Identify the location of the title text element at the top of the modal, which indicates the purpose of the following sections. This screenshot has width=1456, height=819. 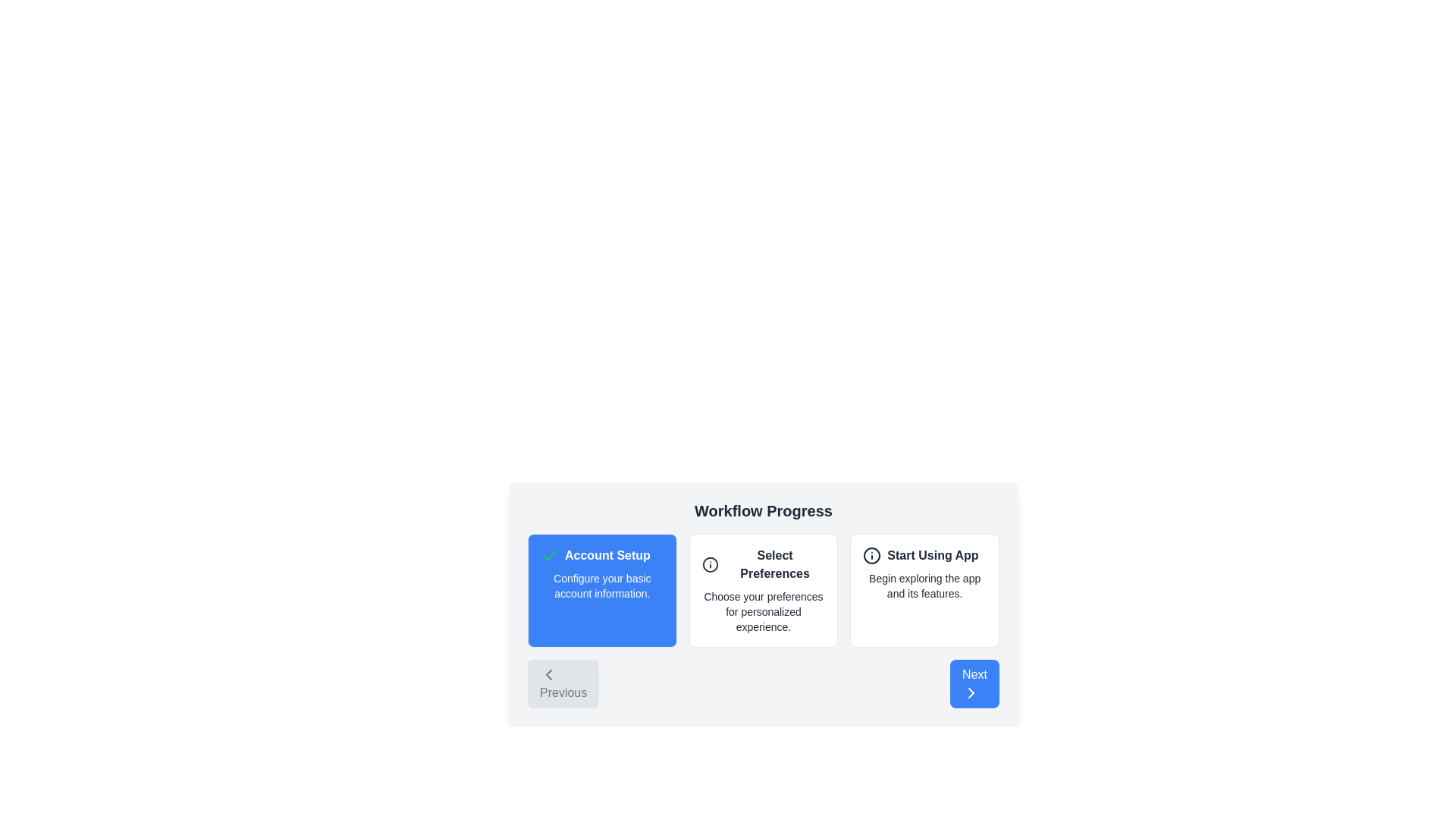
(764, 511).